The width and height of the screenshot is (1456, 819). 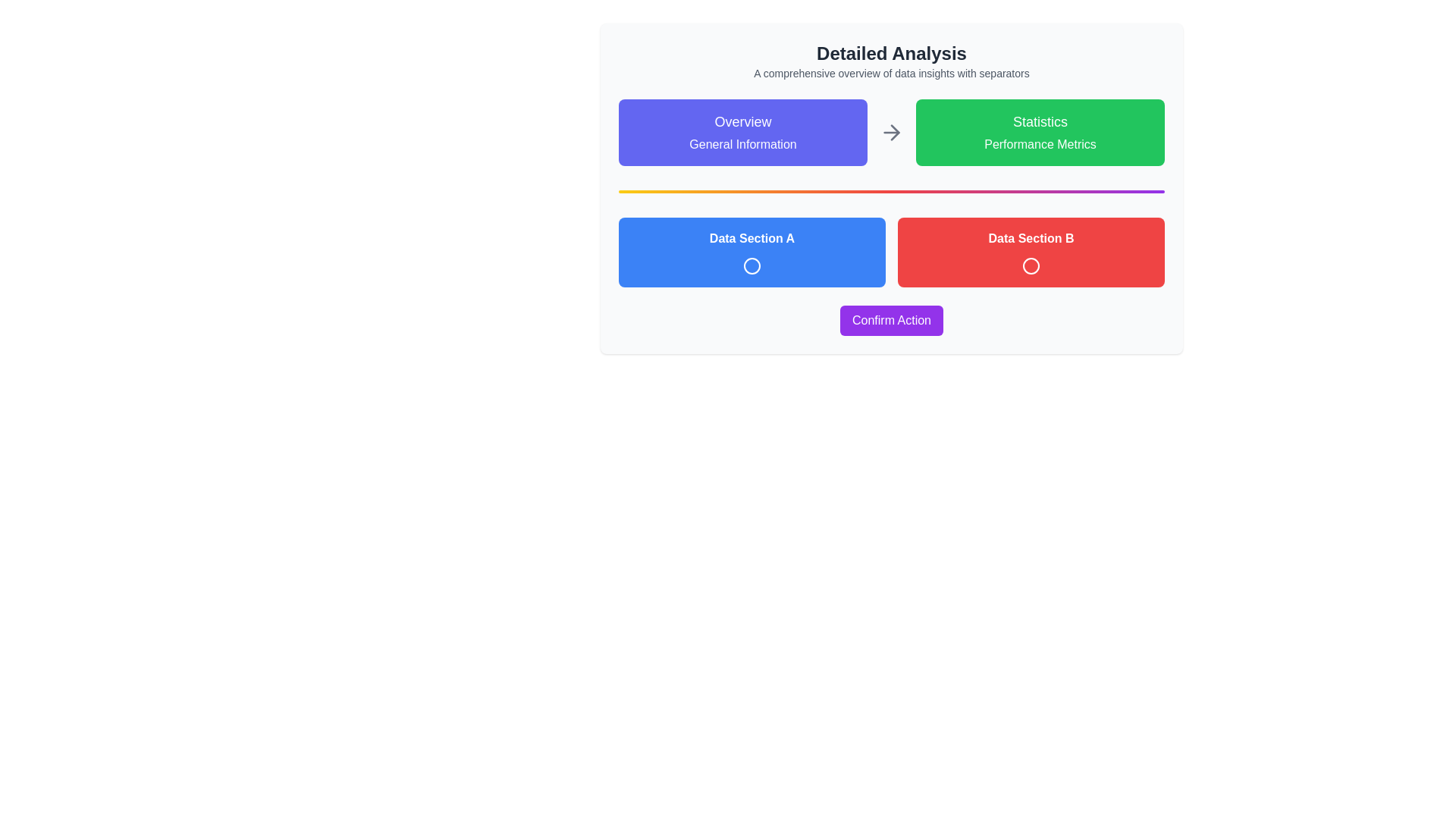 I want to click on the text label 'General Information', which is styled with a white font on a blue background and centered below the heading 'Overview', so click(x=742, y=145).